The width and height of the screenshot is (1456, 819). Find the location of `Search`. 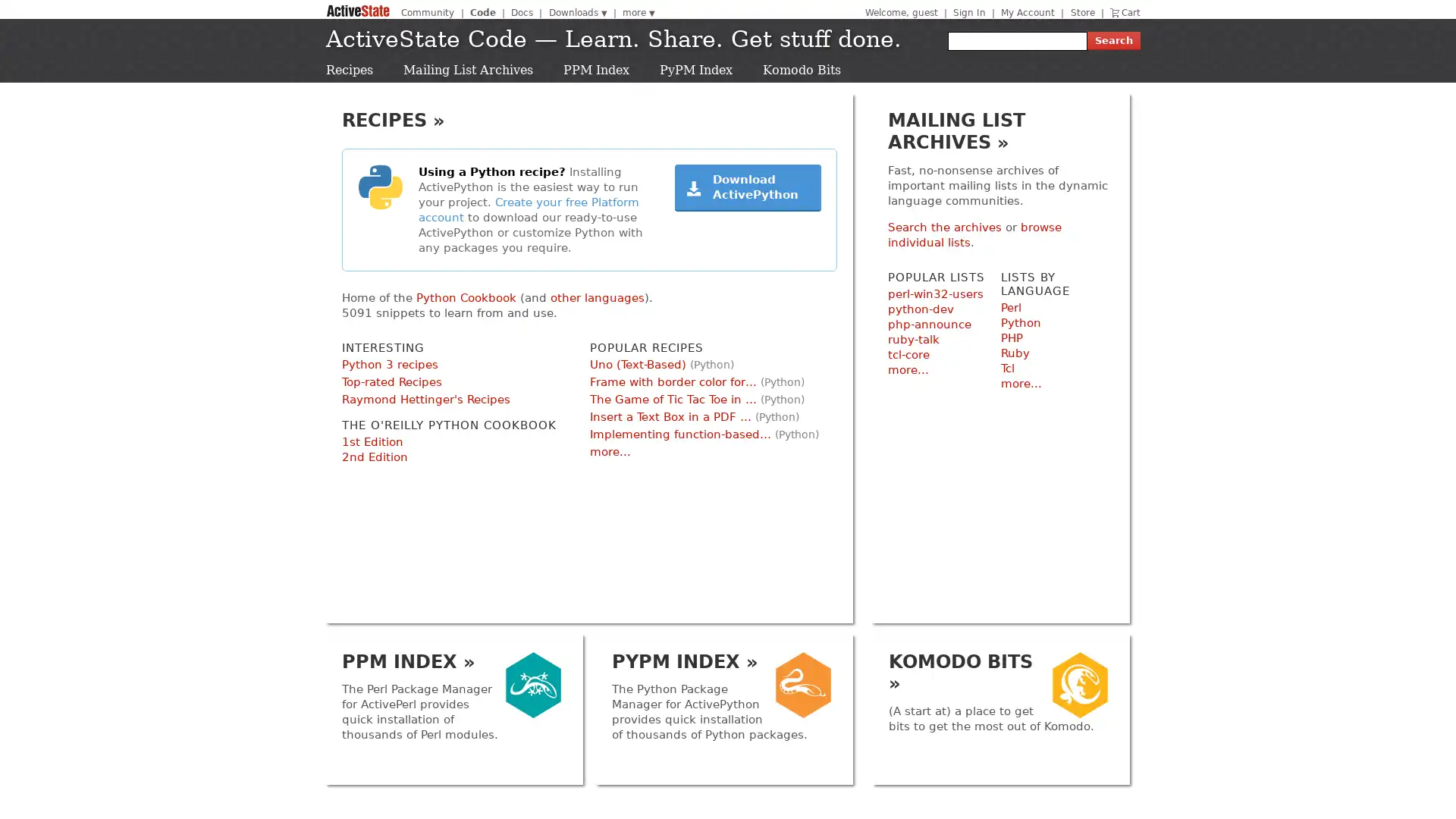

Search is located at coordinates (1113, 40).